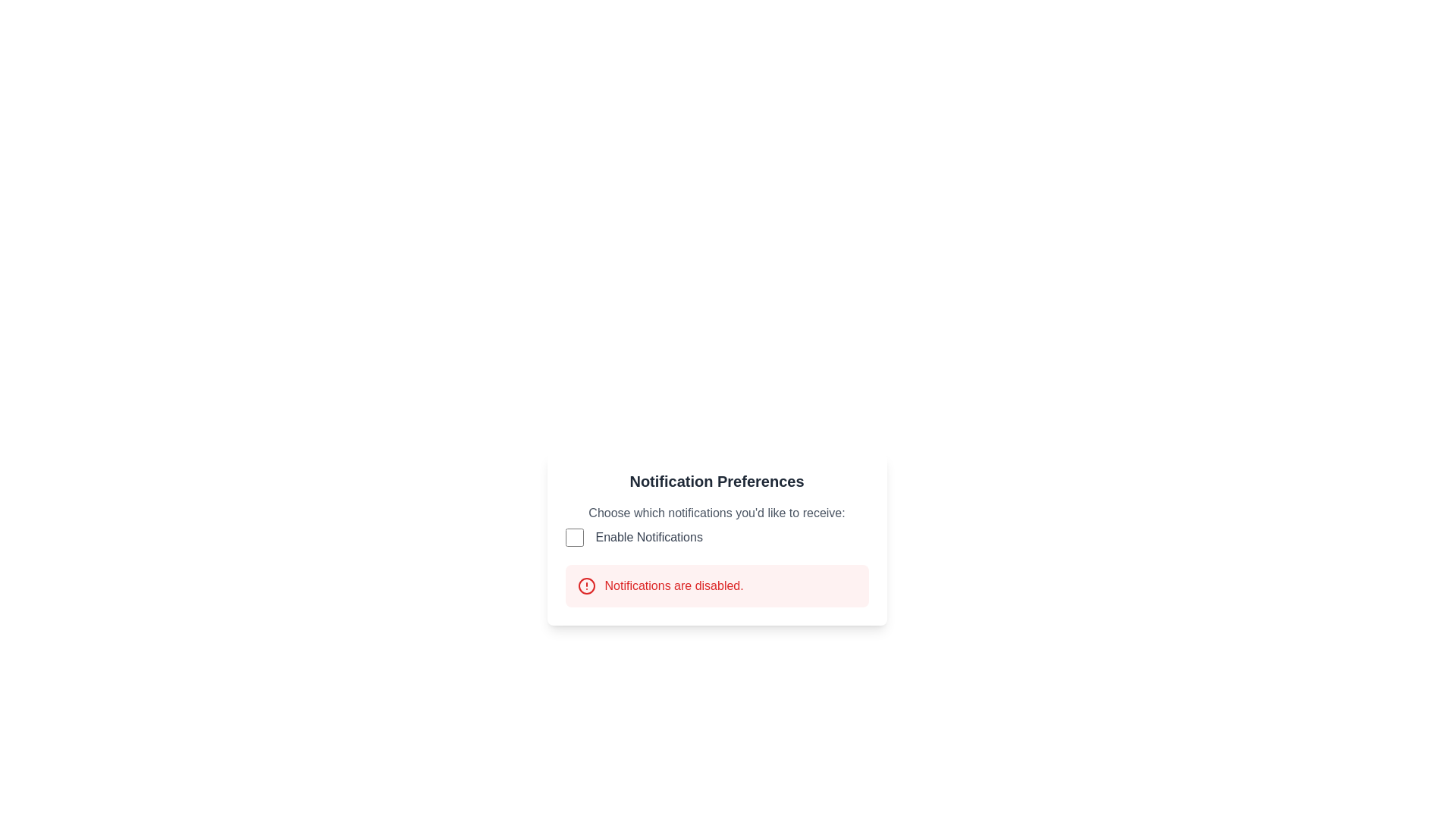  What do you see at coordinates (585, 585) in the screenshot?
I see `the red circular shape within the SVG notification alert icon, which is situated to the left of the 'Notifications are disabled.' text label in the notification settings card` at bounding box center [585, 585].